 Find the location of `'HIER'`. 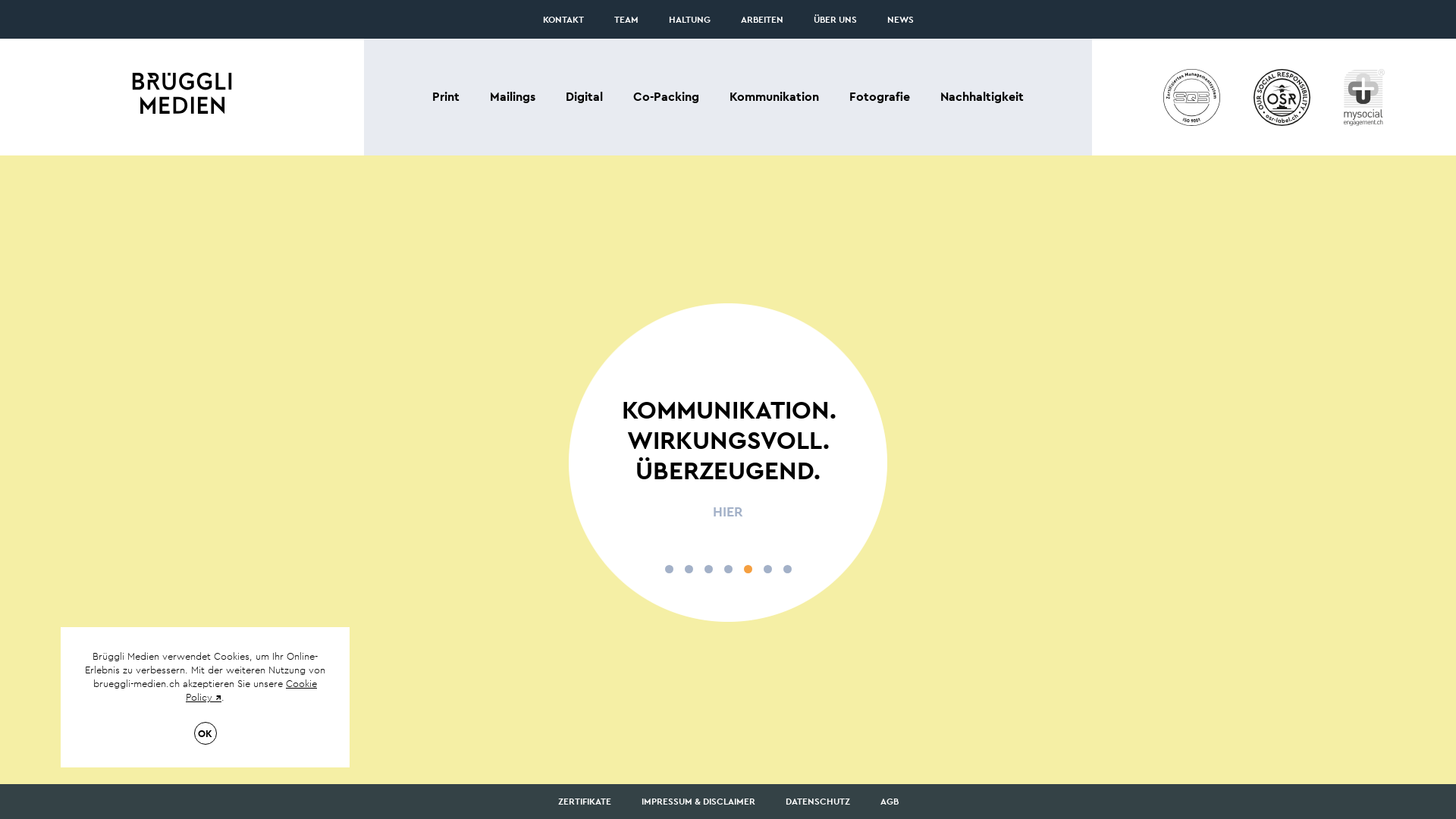

'HIER' is located at coordinates (728, 512).